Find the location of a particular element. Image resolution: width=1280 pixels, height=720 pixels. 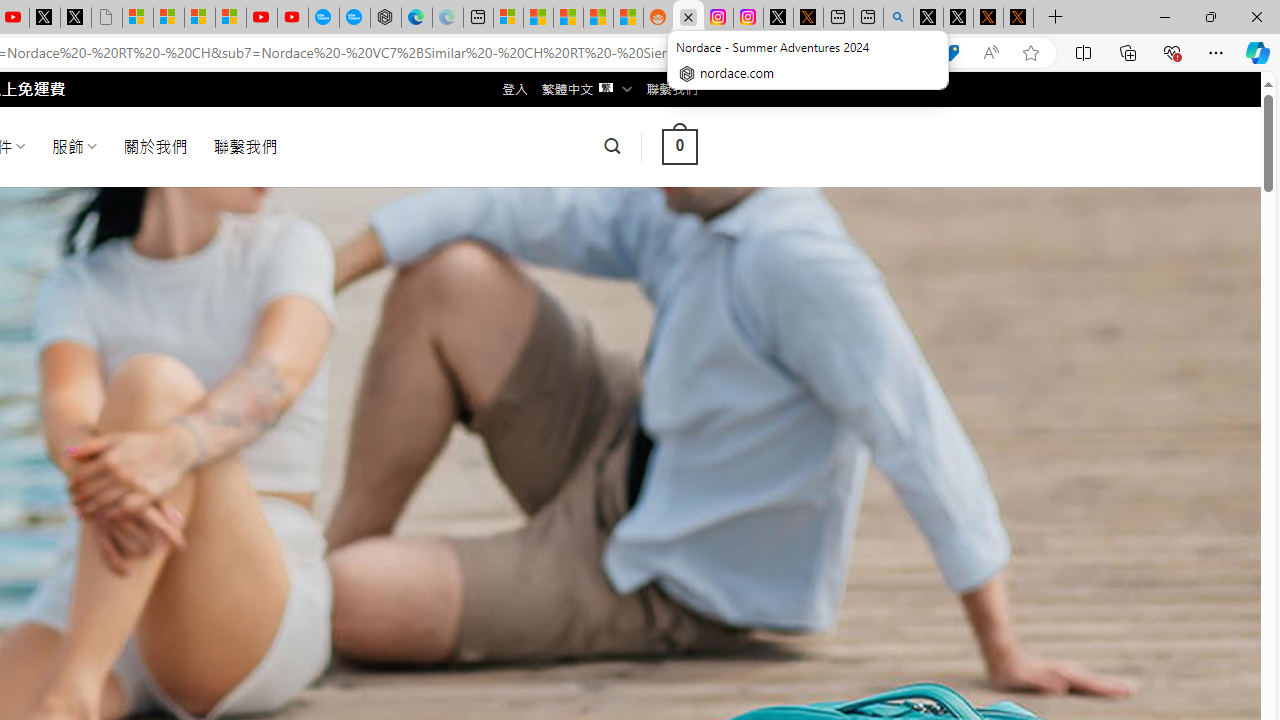

'Settings and more (Alt+F)' is located at coordinates (1215, 51).